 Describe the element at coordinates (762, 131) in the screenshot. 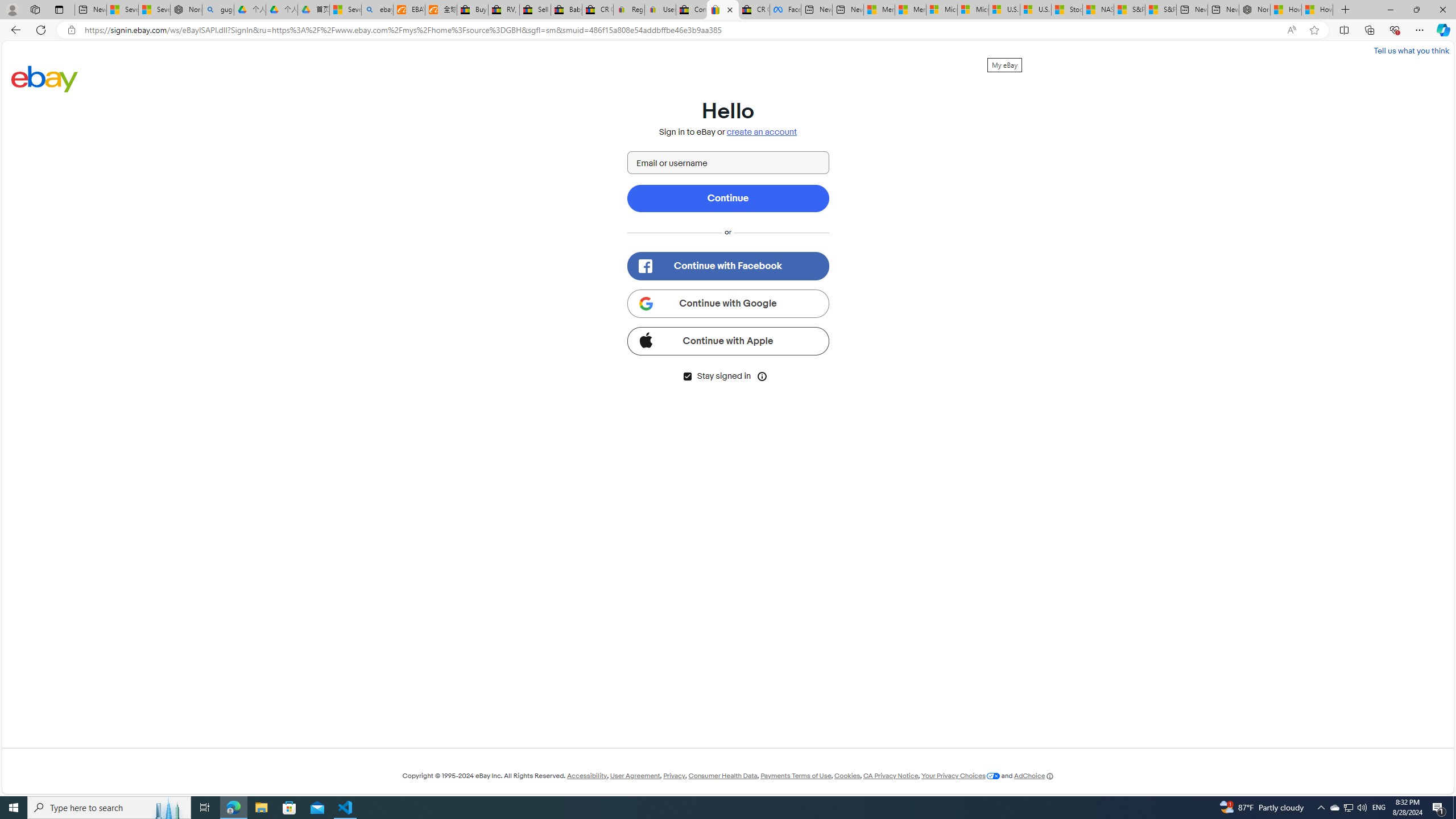

I see `'create an account'` at that location.